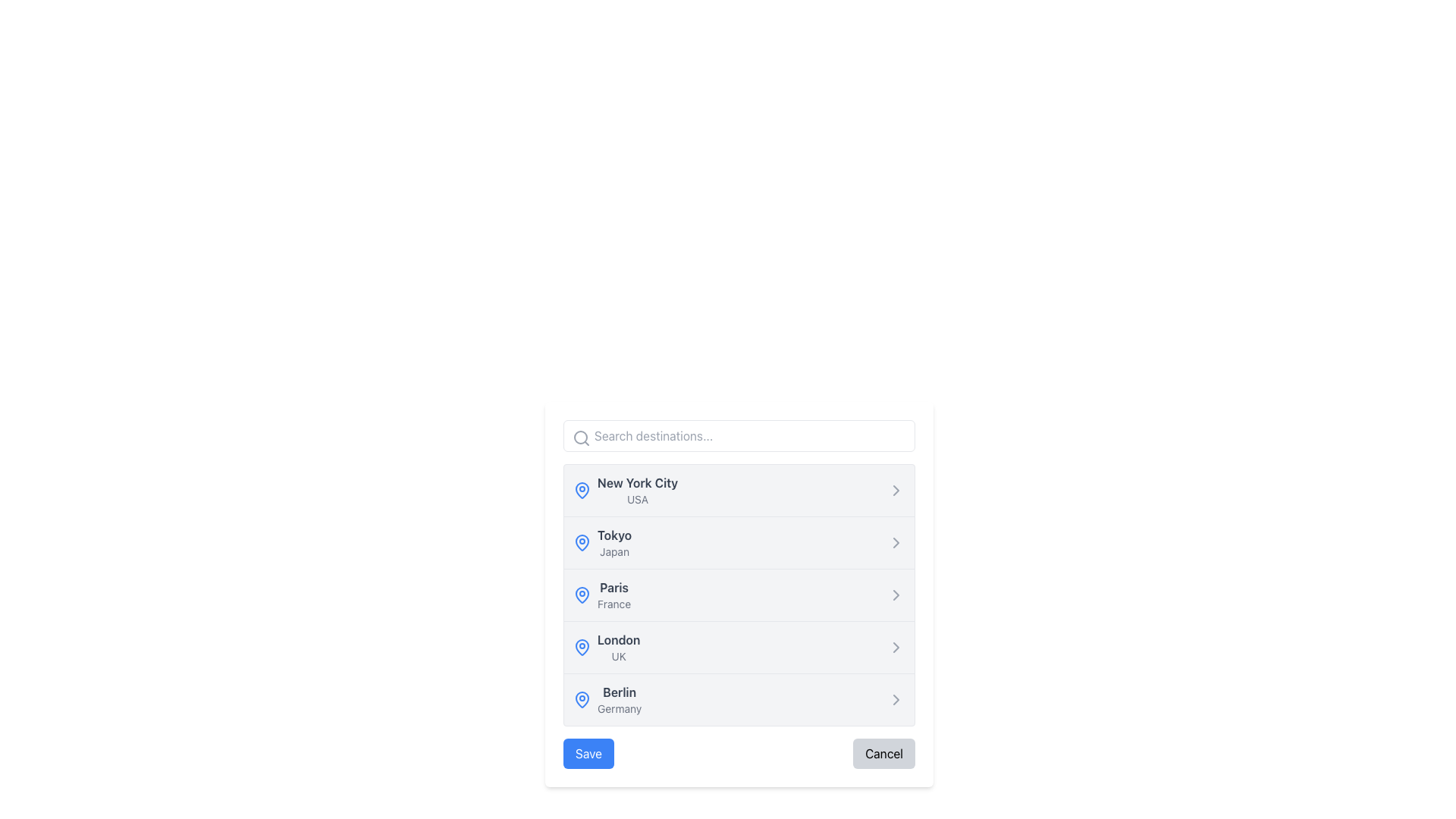  What do you see at coordinates (614, 587) in the screenshot?
I see `the text label representing the city 'Paris' in the list of selectable destinations` at bounding box center [614, 587].